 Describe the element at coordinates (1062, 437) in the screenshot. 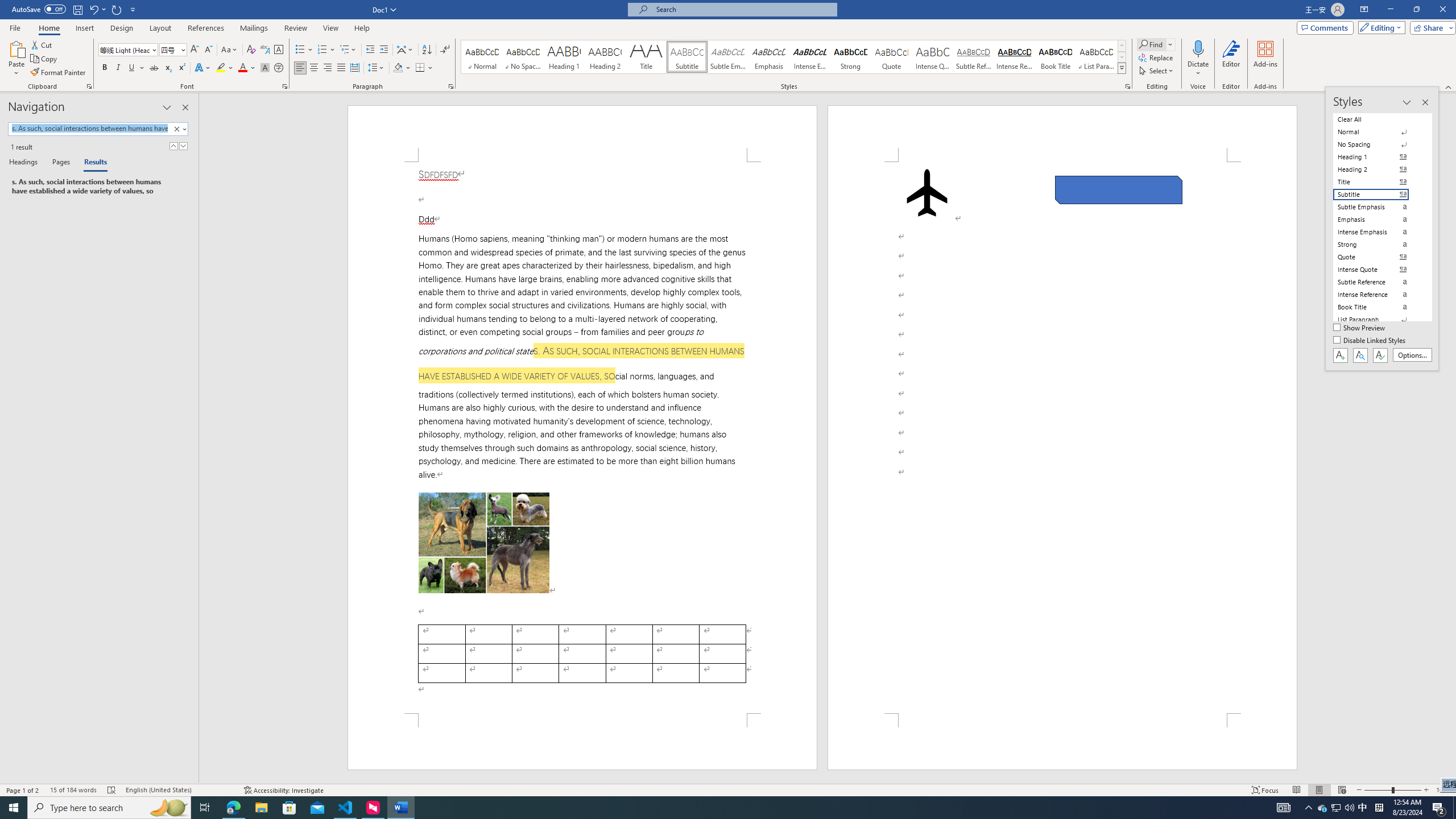

I see `'Page 2 content'` at that location.